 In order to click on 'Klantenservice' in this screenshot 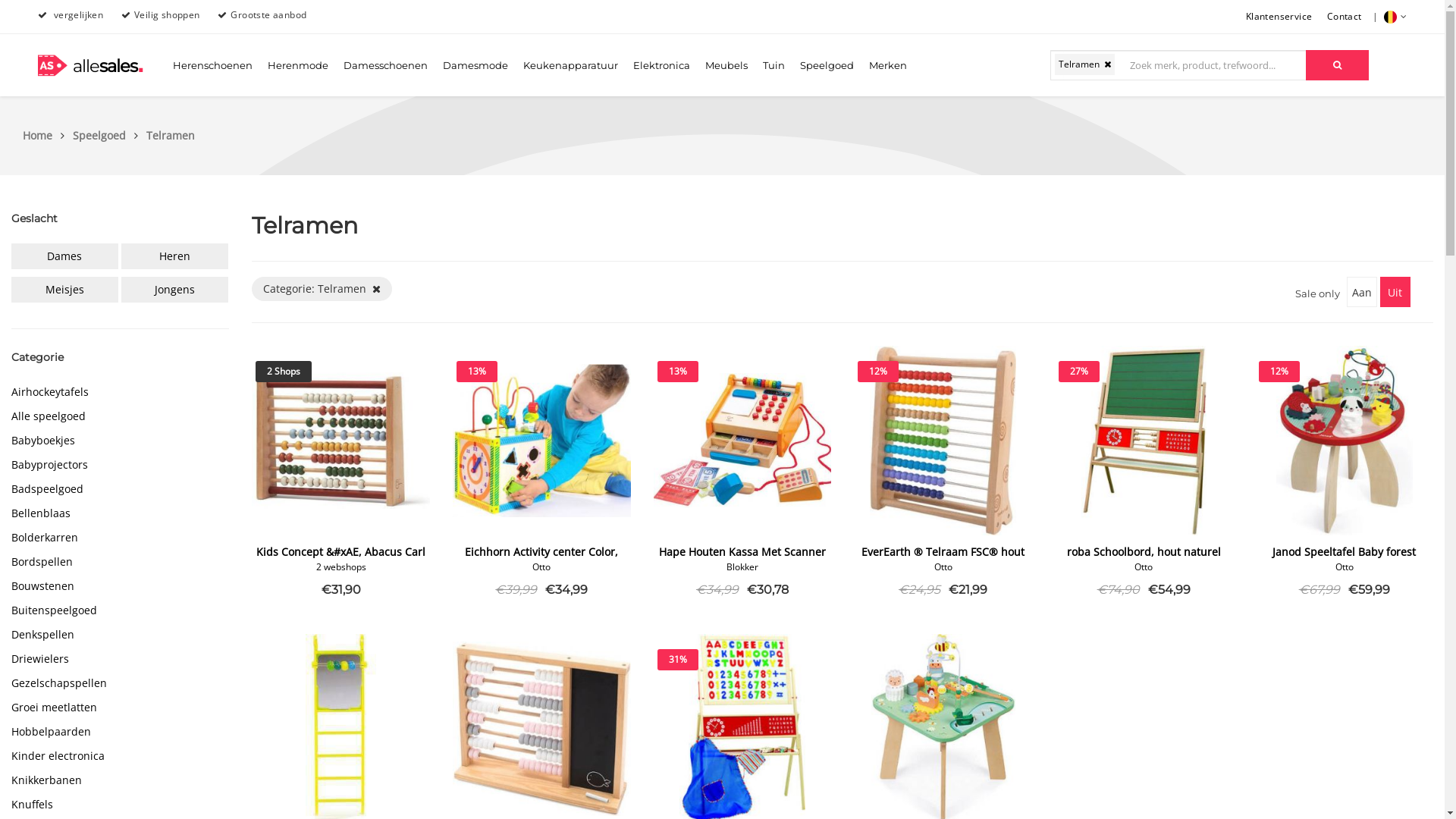, I will do `click(1278, 17)`.